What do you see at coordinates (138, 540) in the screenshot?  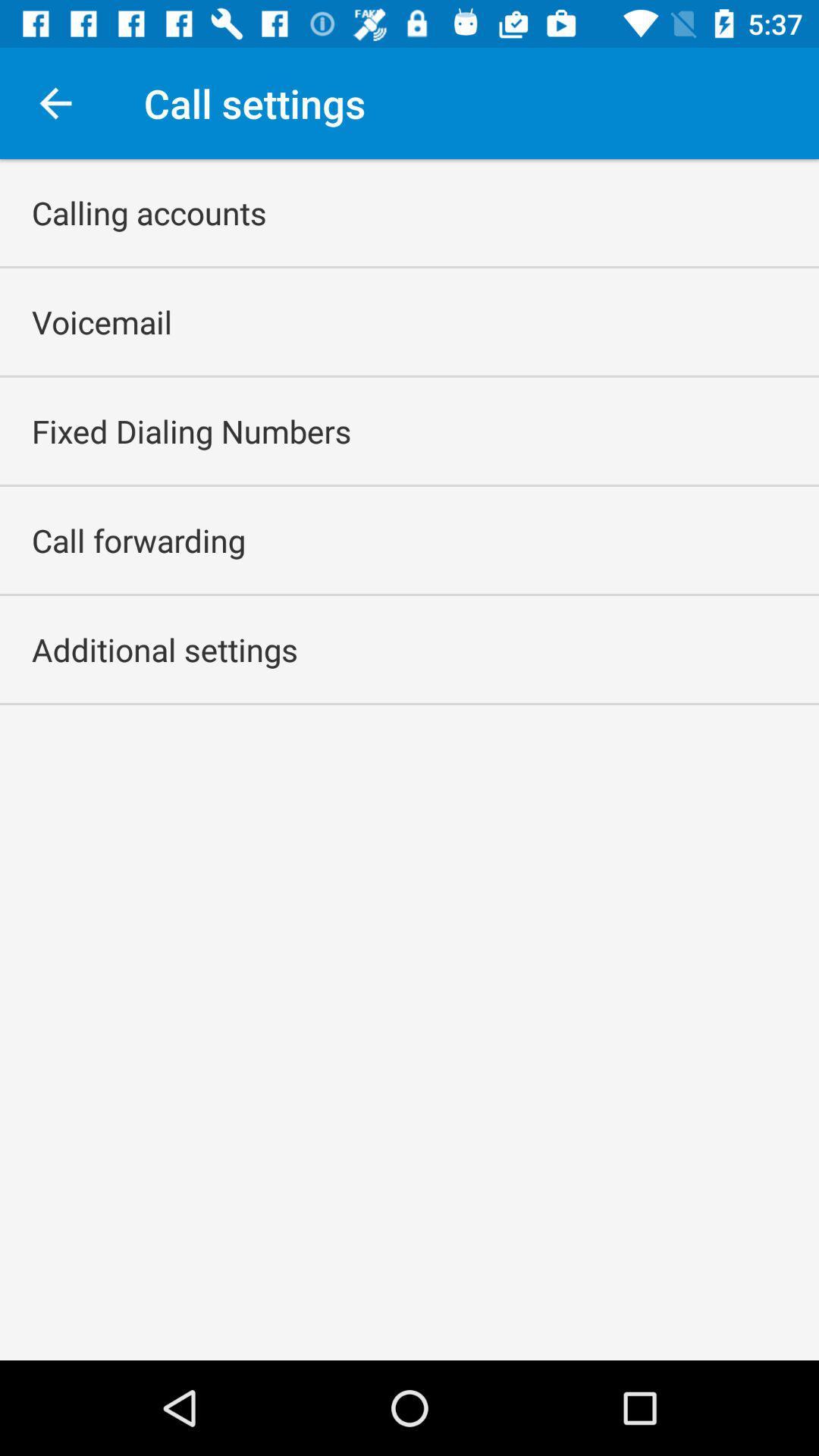 I see `item below fixed dialing numbers item` at bounding box center [138, 540].